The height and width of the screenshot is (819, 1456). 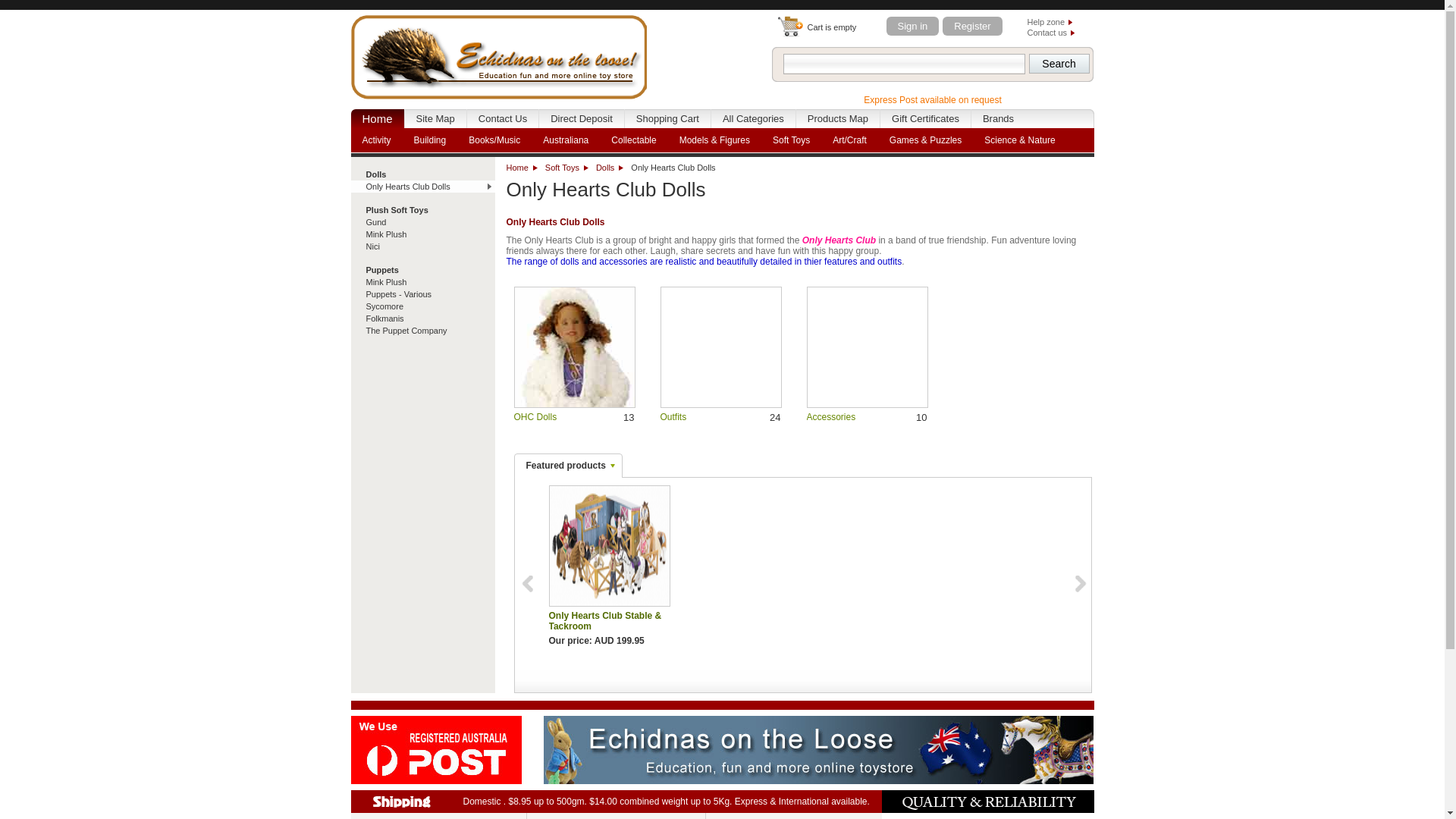 I want to click on 'Soft Toys', so click(x=545, y=167).